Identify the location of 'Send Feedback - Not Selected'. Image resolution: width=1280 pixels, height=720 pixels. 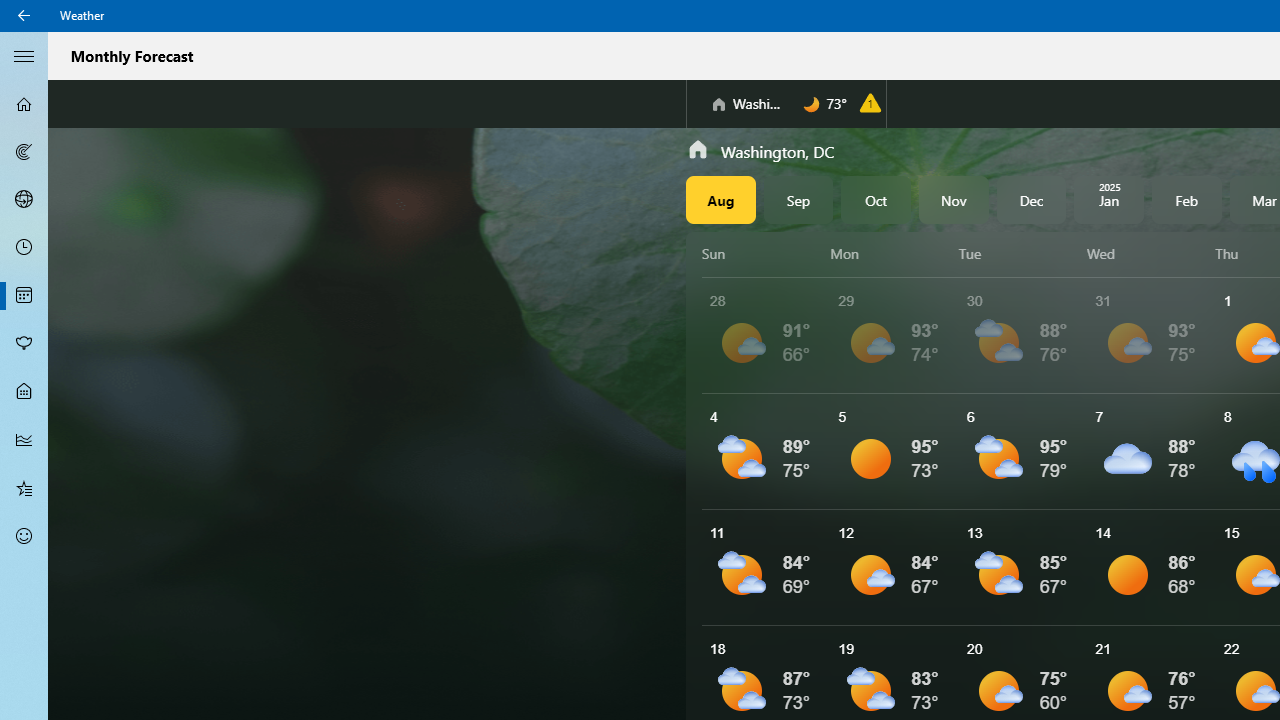
(24, 535).